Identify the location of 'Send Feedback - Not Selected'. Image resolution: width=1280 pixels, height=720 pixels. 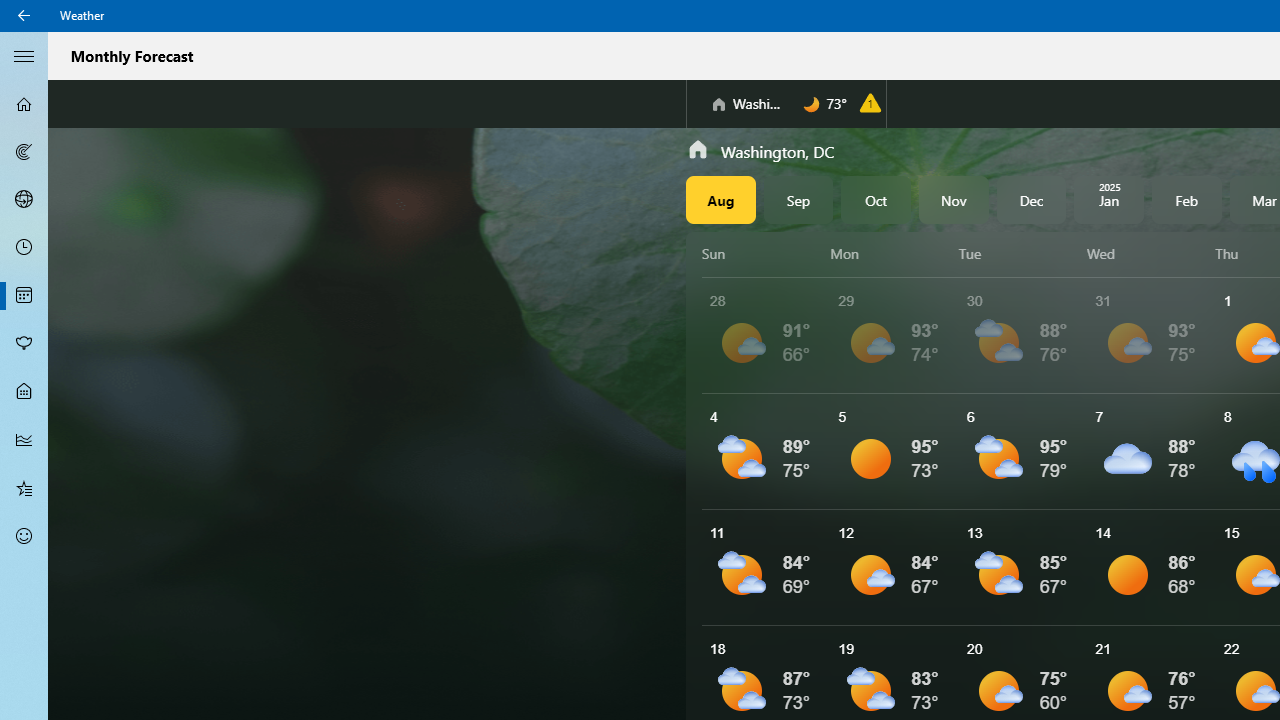
(24, 535).